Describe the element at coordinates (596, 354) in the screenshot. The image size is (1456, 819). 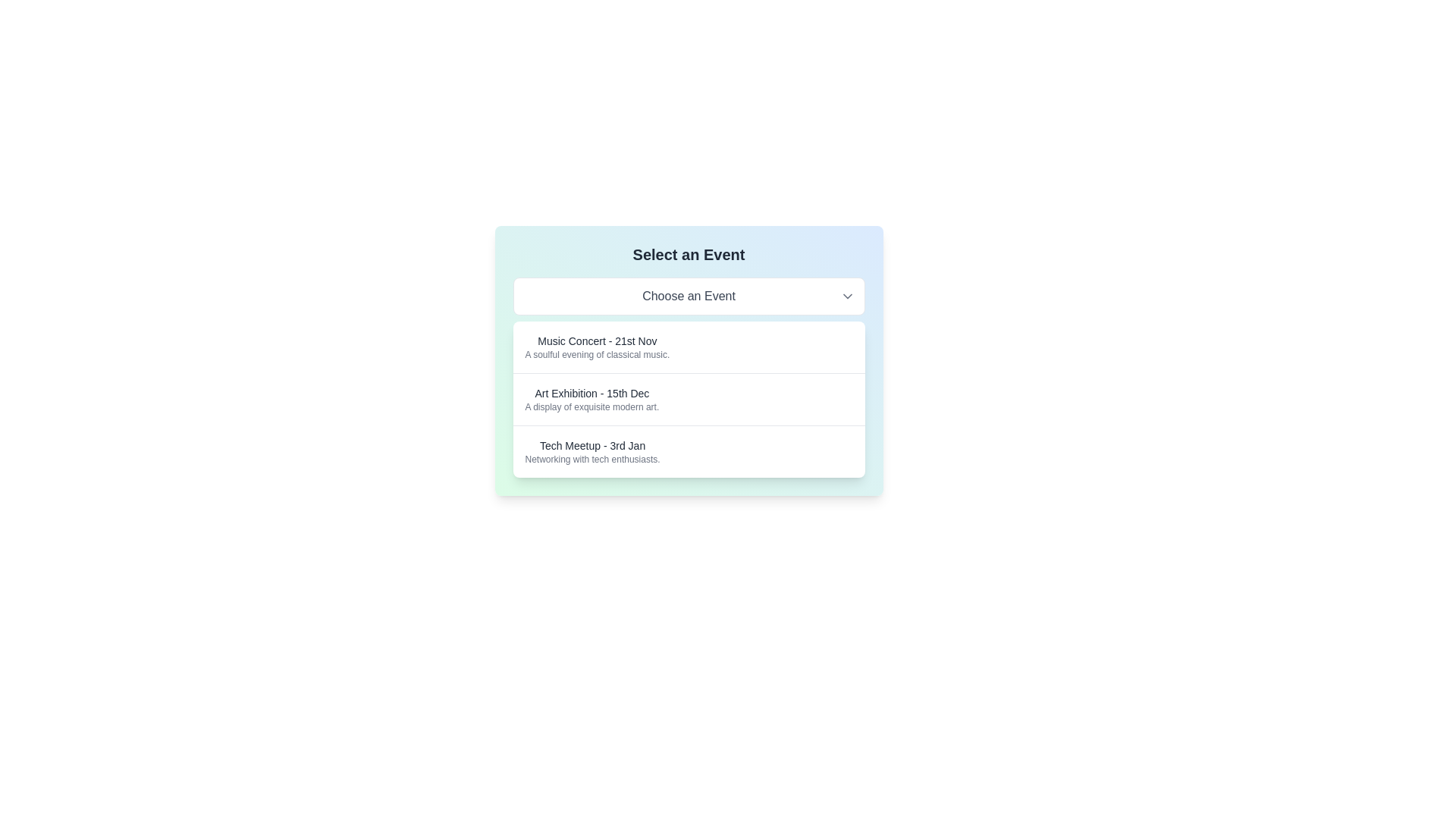
I see `text content of the element displaying 'A soulful evening of classical music.' which is styled in a small font and is located under the 'Music Concert - 21st Nov.' listing in the dropdown menu` at that location.